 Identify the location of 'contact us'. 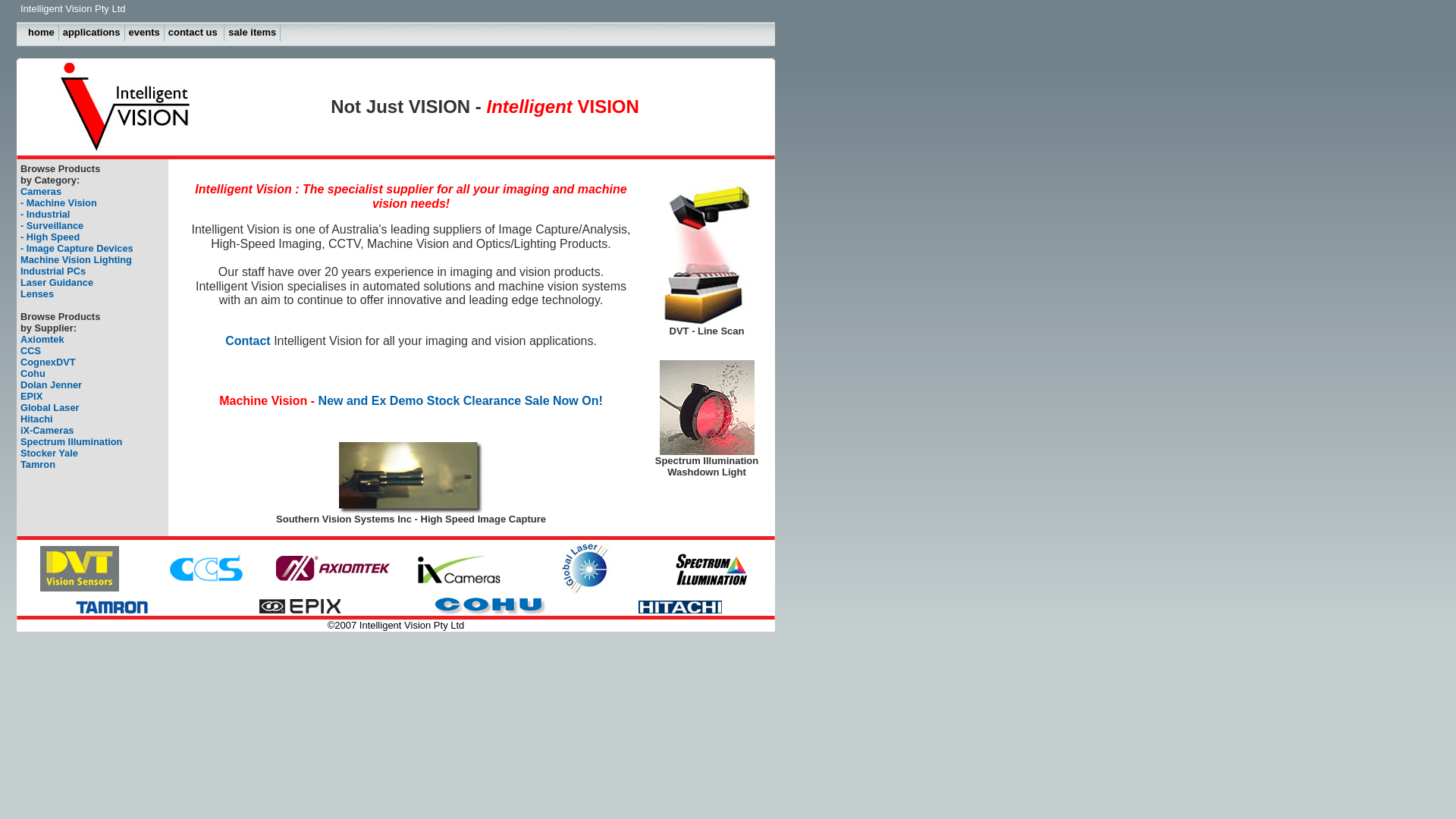
(194, 33).